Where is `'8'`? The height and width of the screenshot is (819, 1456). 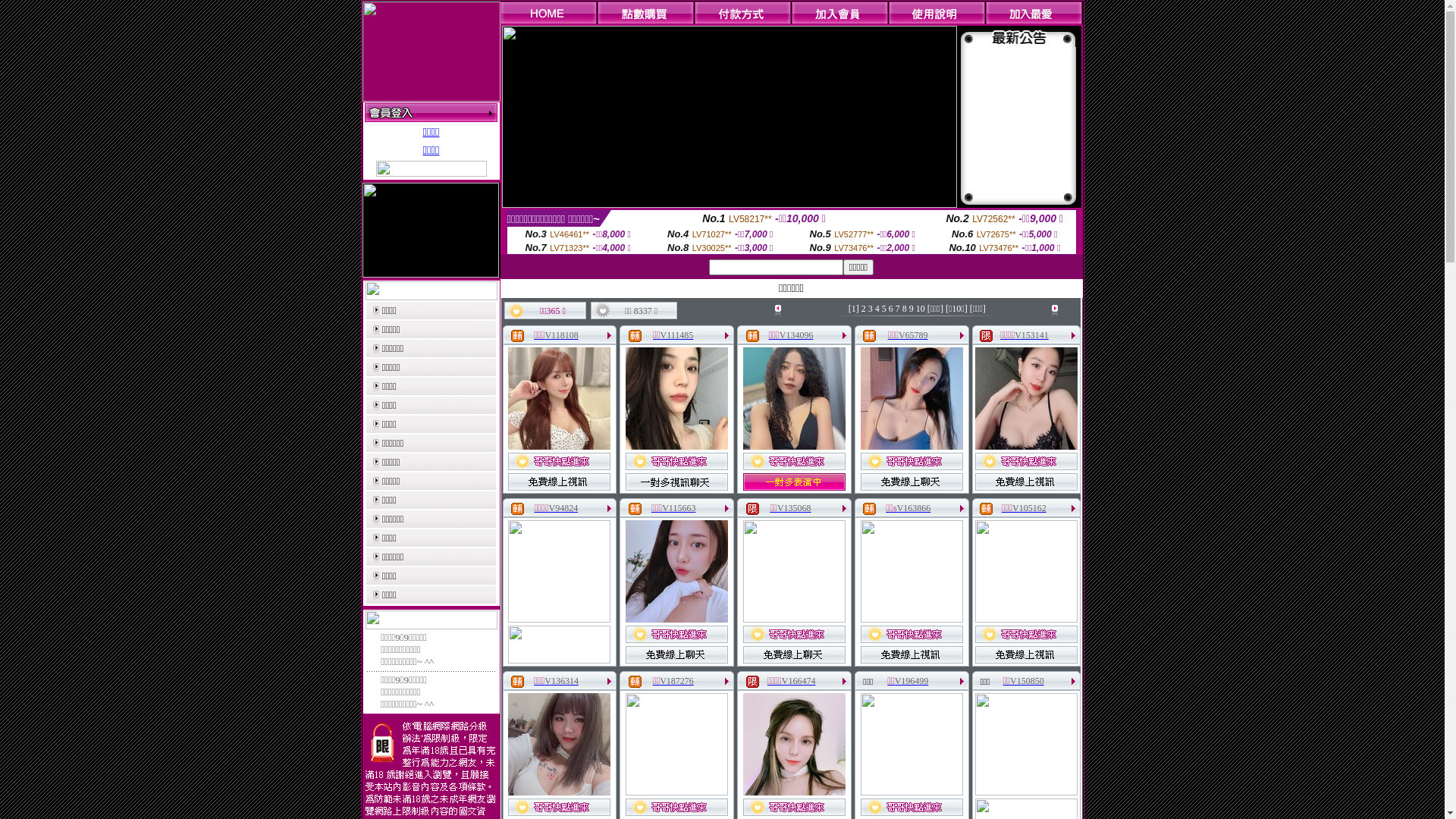 '8' is located at coordinates (902, 308).